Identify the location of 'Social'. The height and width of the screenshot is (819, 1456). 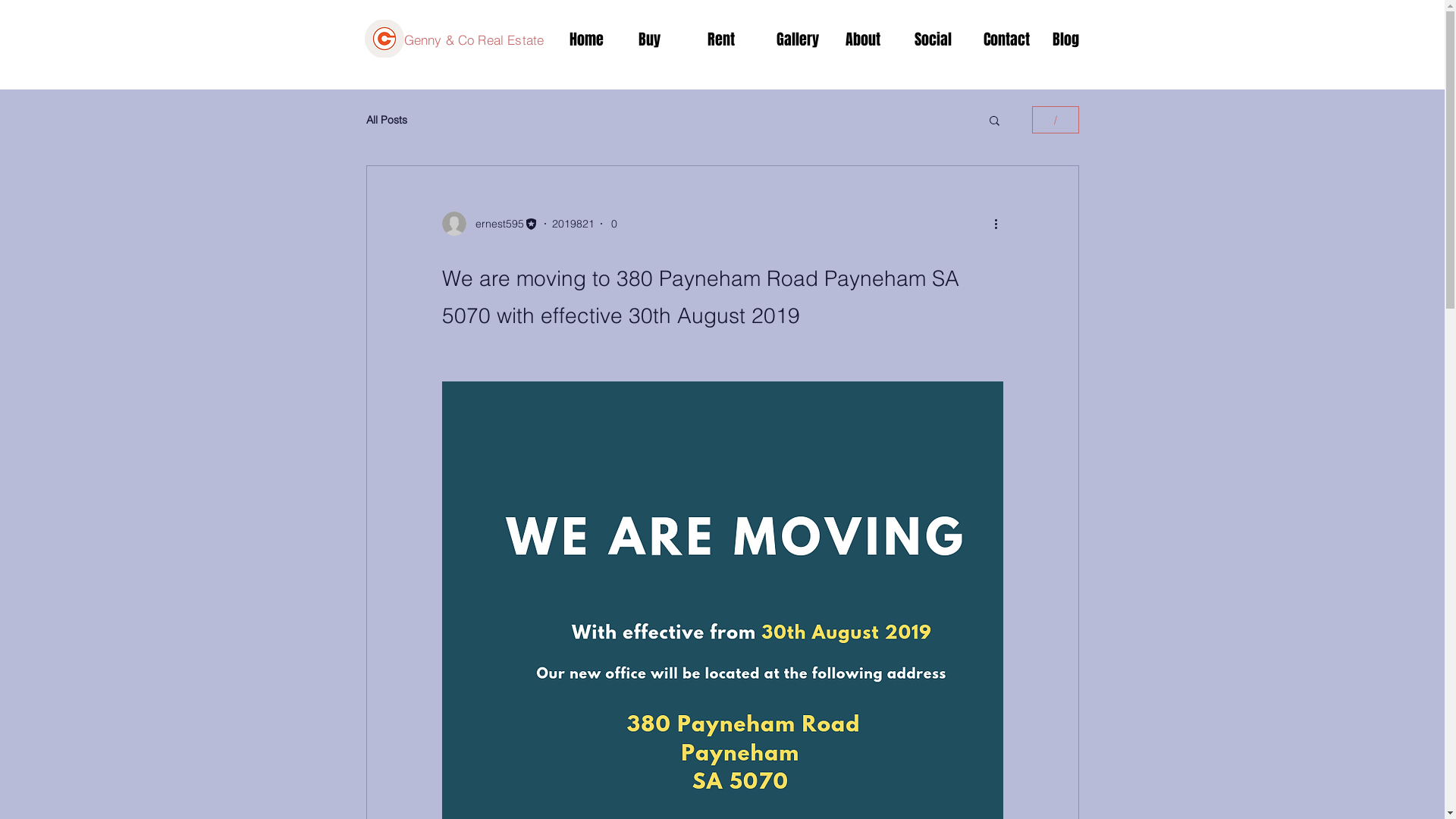
(936, 38).